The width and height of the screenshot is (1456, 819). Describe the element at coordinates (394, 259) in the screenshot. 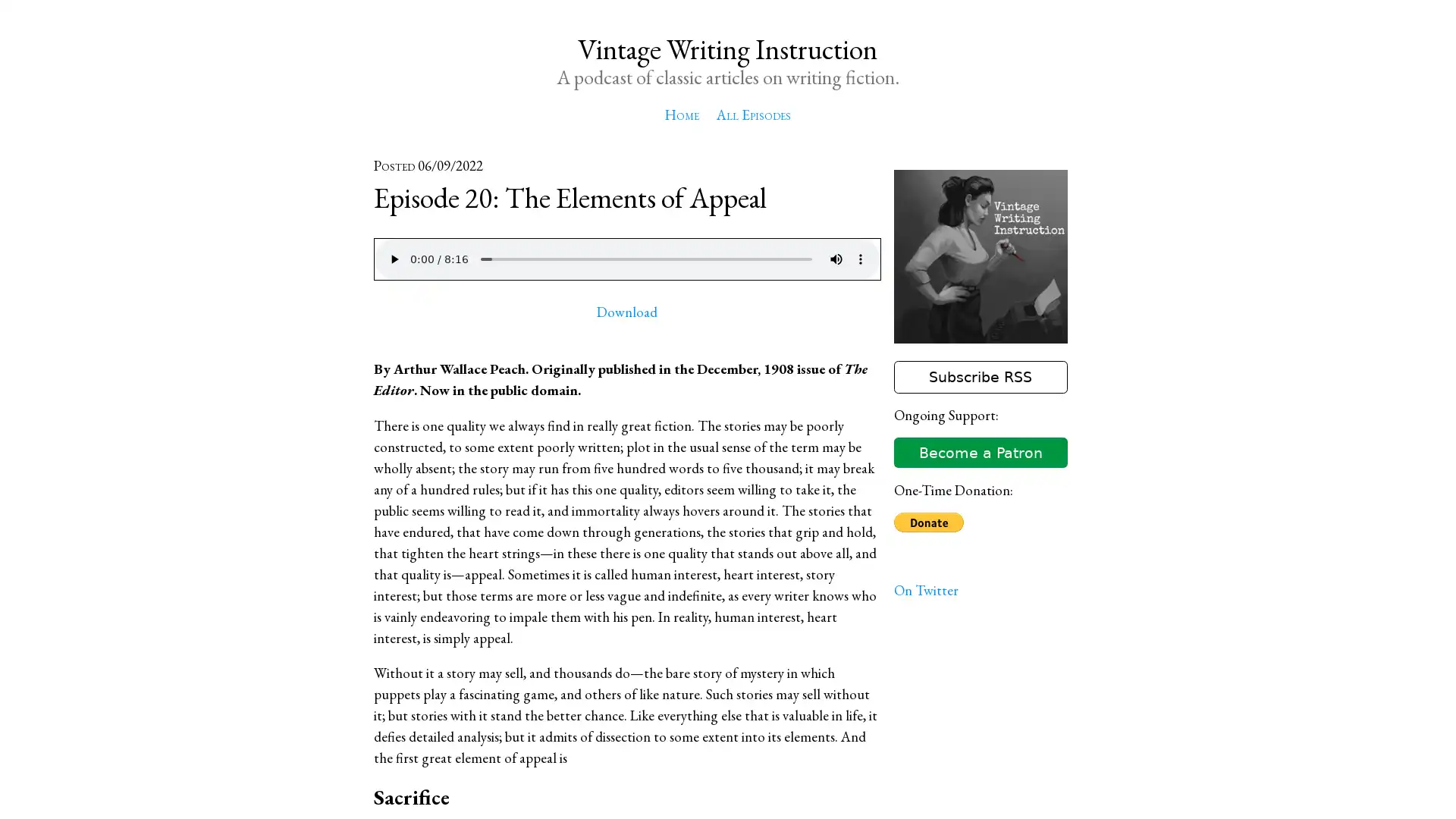

I see `play` at that location.